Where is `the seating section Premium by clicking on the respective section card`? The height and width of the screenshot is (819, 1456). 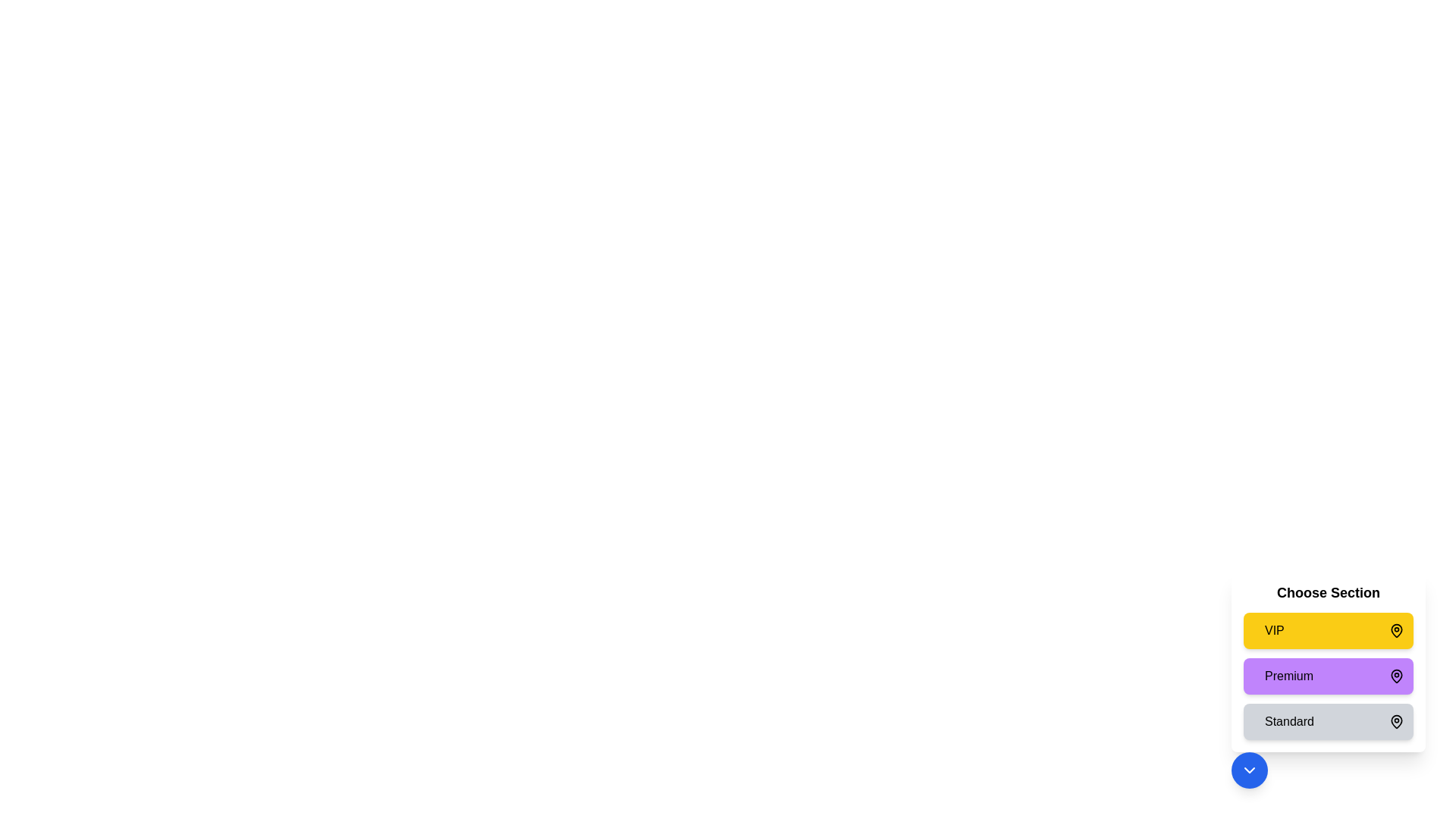 the seating section Premium by clicking on the respective section card is located at coordinates (1328, 675).